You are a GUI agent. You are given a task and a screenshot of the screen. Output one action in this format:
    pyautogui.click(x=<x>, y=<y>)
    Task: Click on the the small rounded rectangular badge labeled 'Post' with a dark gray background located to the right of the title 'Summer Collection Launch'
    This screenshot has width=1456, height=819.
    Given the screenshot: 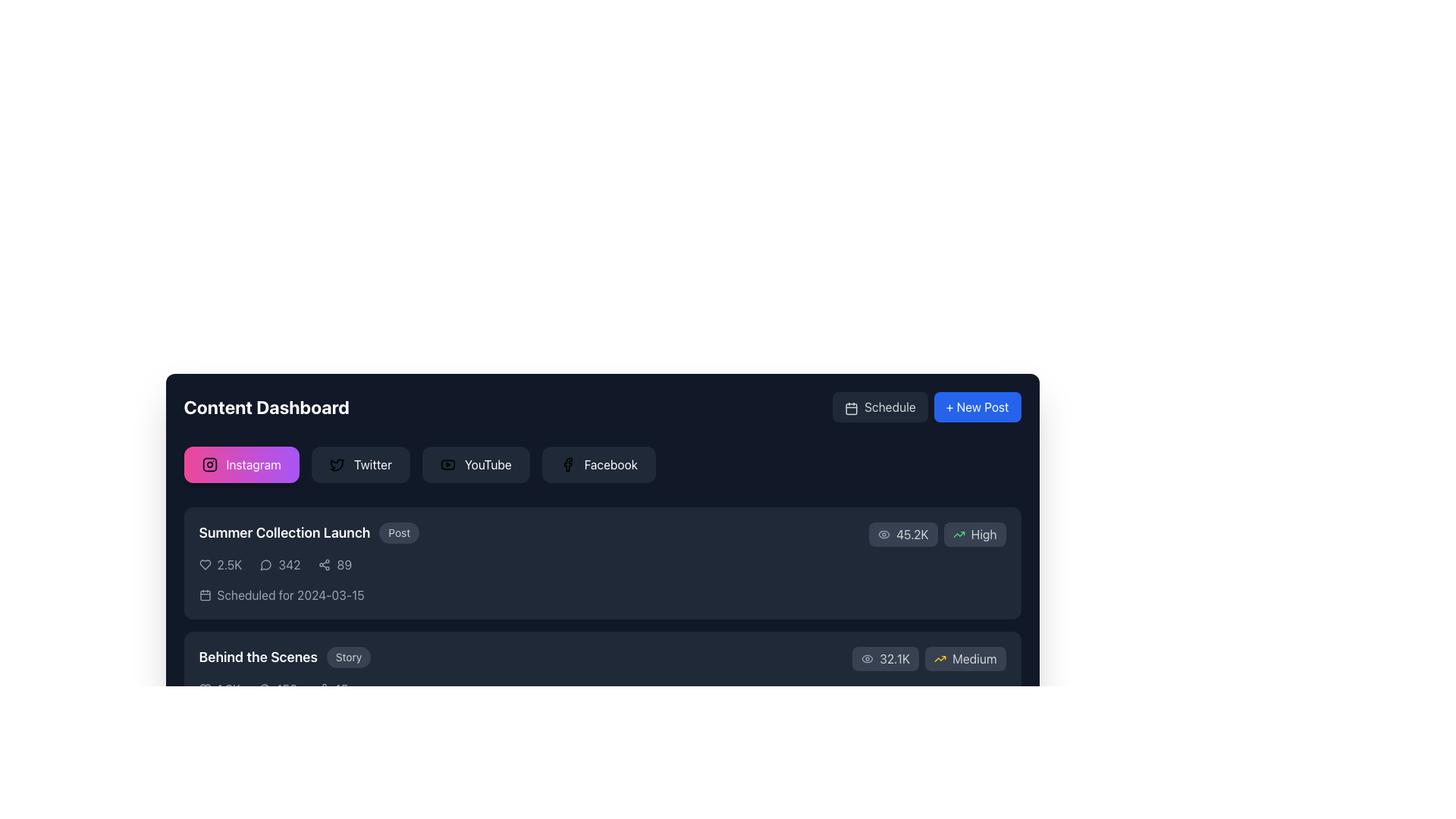 What is the action you would take?
    pyautogui.click(x=399, y=532)
    